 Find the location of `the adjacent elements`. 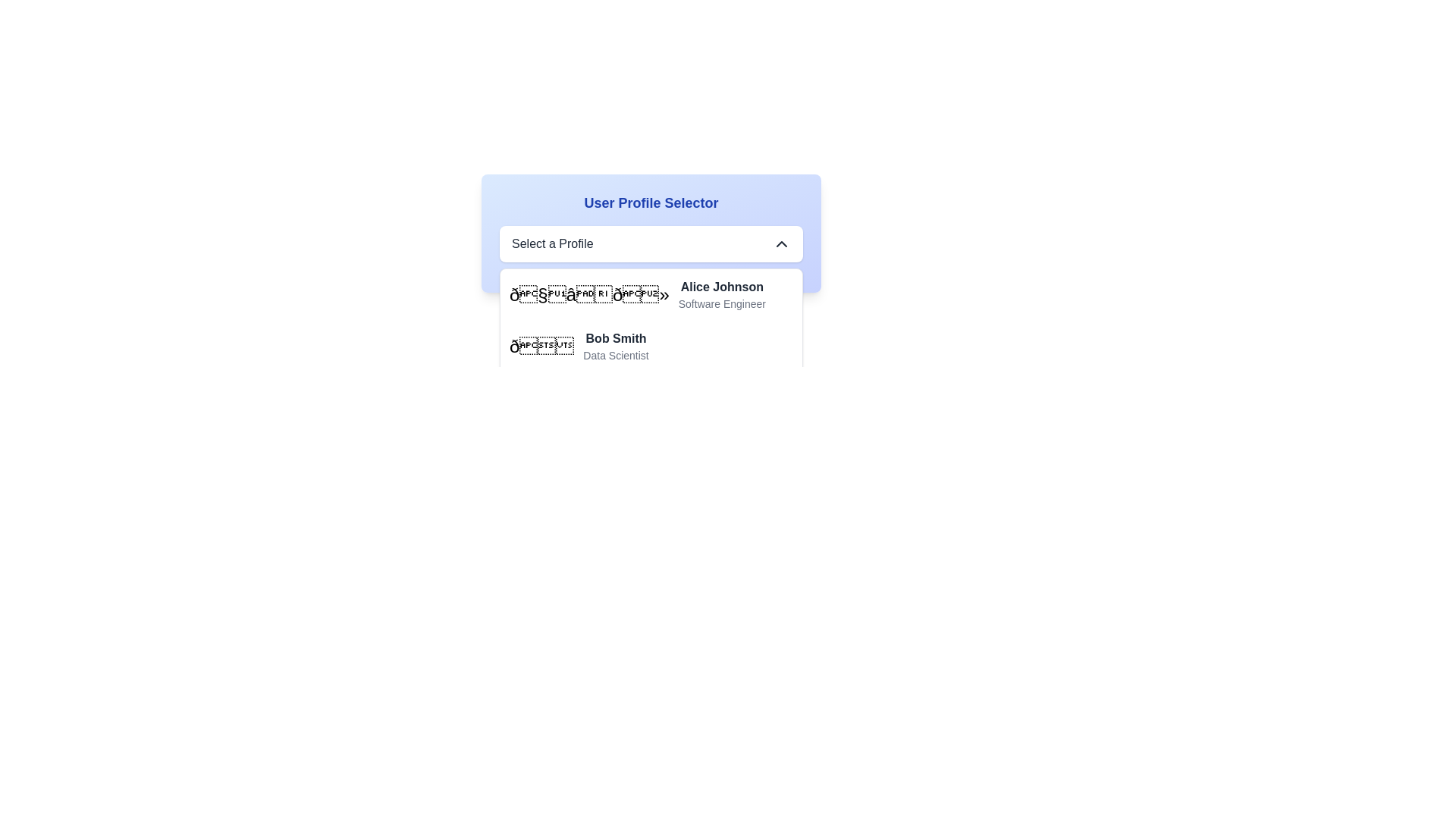

the adjacent elements is located at coordinates (721, 304).